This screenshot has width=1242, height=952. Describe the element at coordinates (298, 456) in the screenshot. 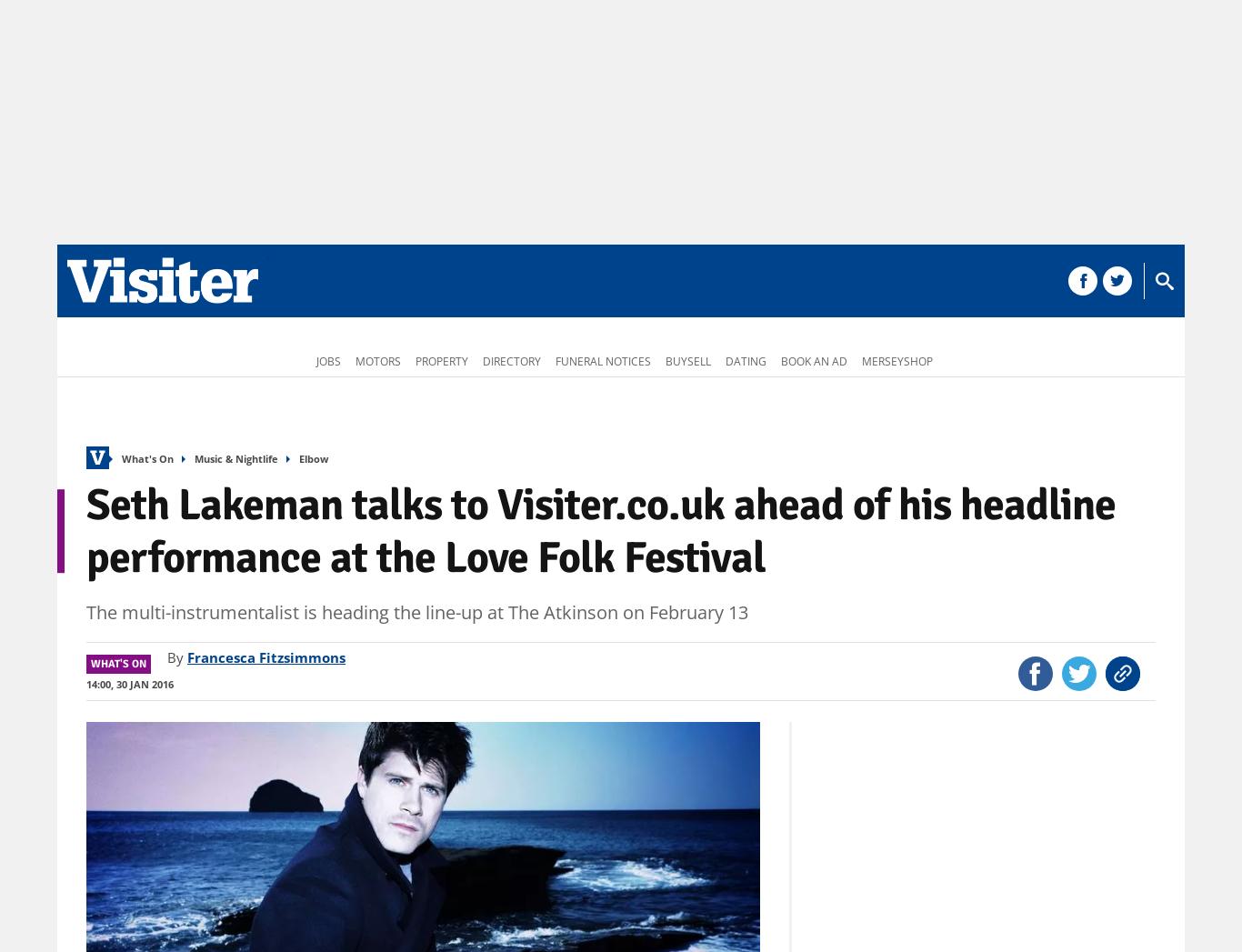

I see `'Elbow'` at that location.